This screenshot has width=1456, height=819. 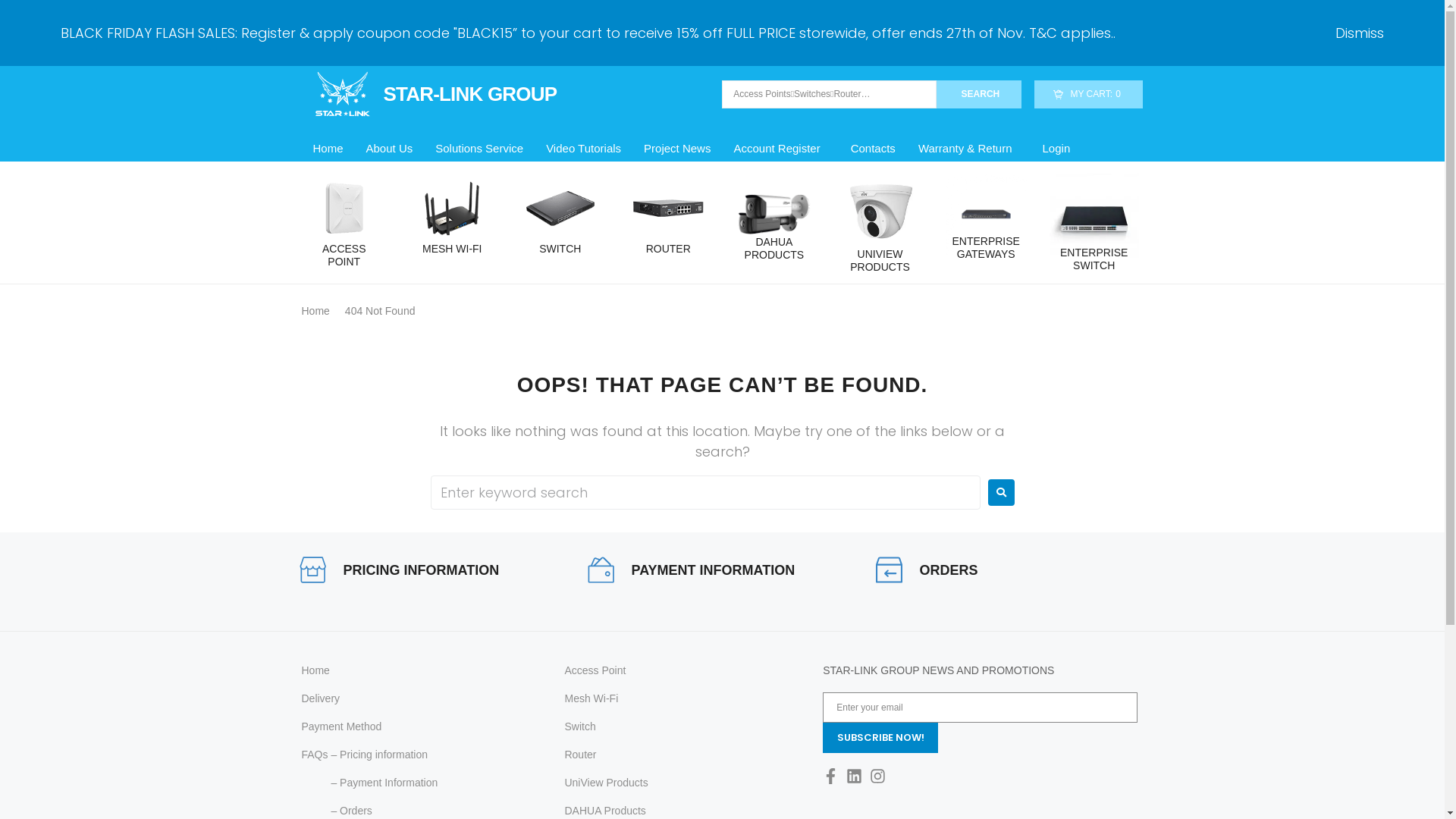 What do you see at coordinates (389, 149) in the screenshot?
I see `'About Us'` at bounding box center [389, 149].